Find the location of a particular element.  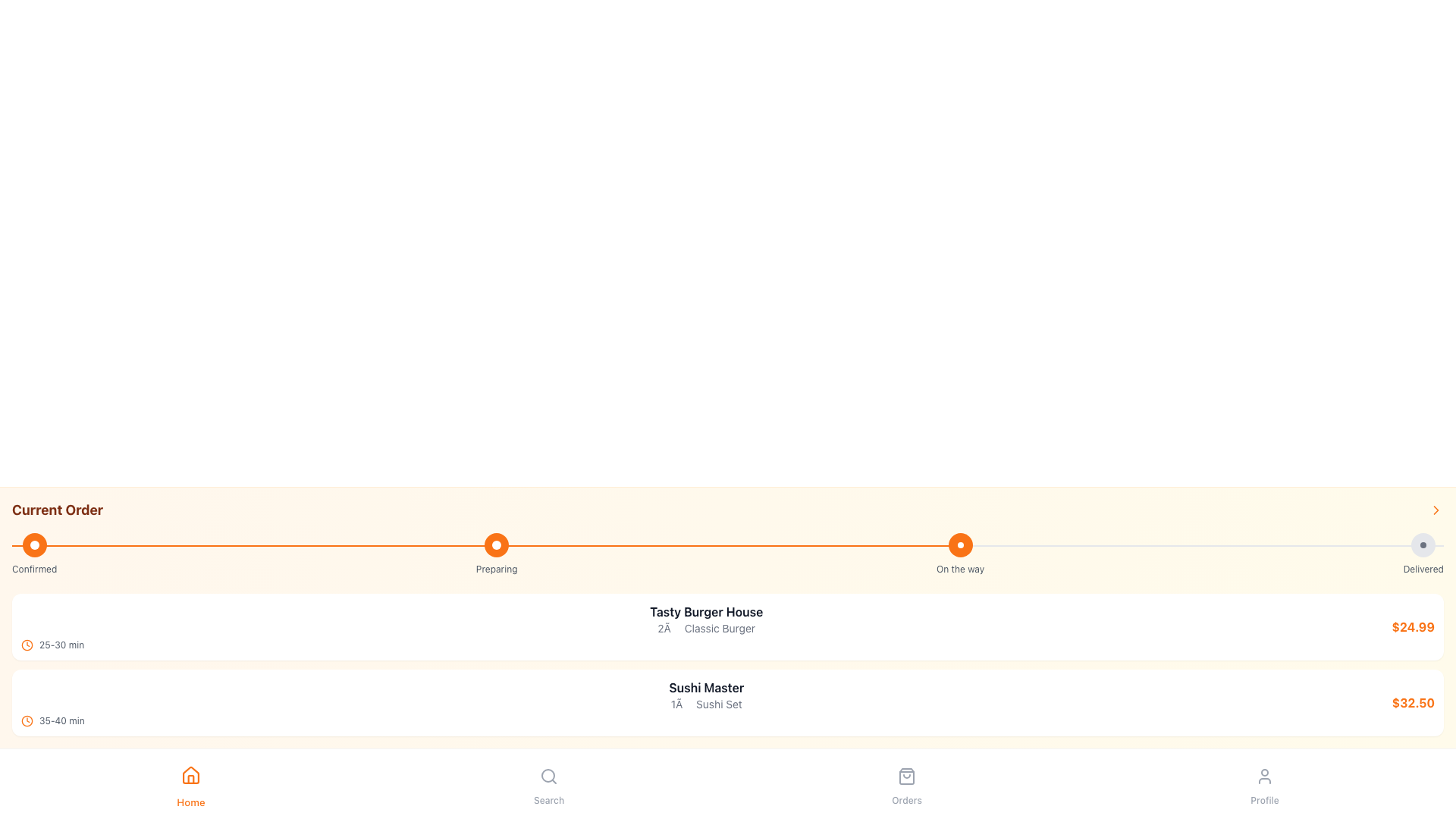

the 'Orders' tab in the navigation bar is located at coordinates (907, 783).